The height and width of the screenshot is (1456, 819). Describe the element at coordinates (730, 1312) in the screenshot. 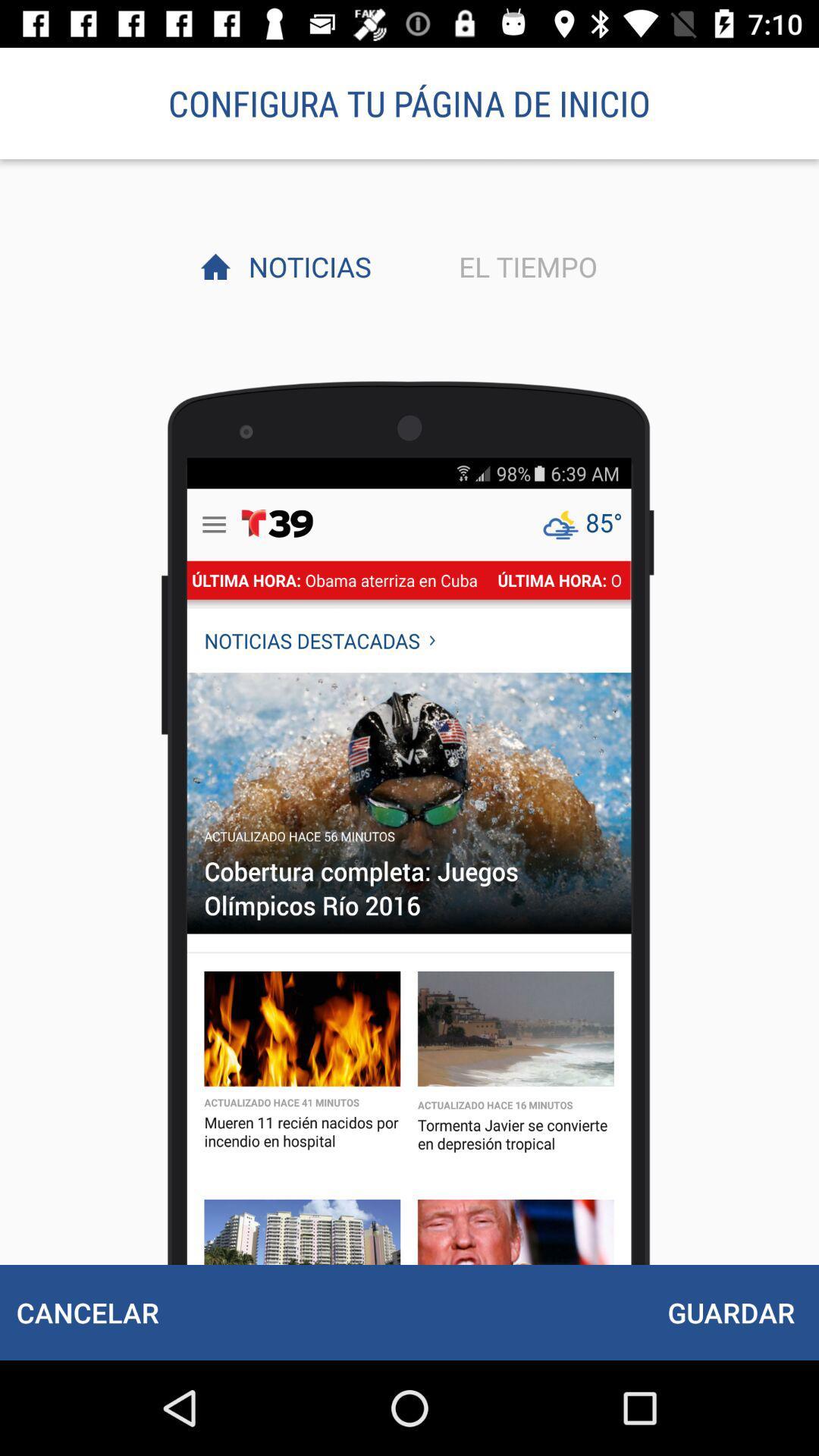

I see `item below el tiempo` at that location.